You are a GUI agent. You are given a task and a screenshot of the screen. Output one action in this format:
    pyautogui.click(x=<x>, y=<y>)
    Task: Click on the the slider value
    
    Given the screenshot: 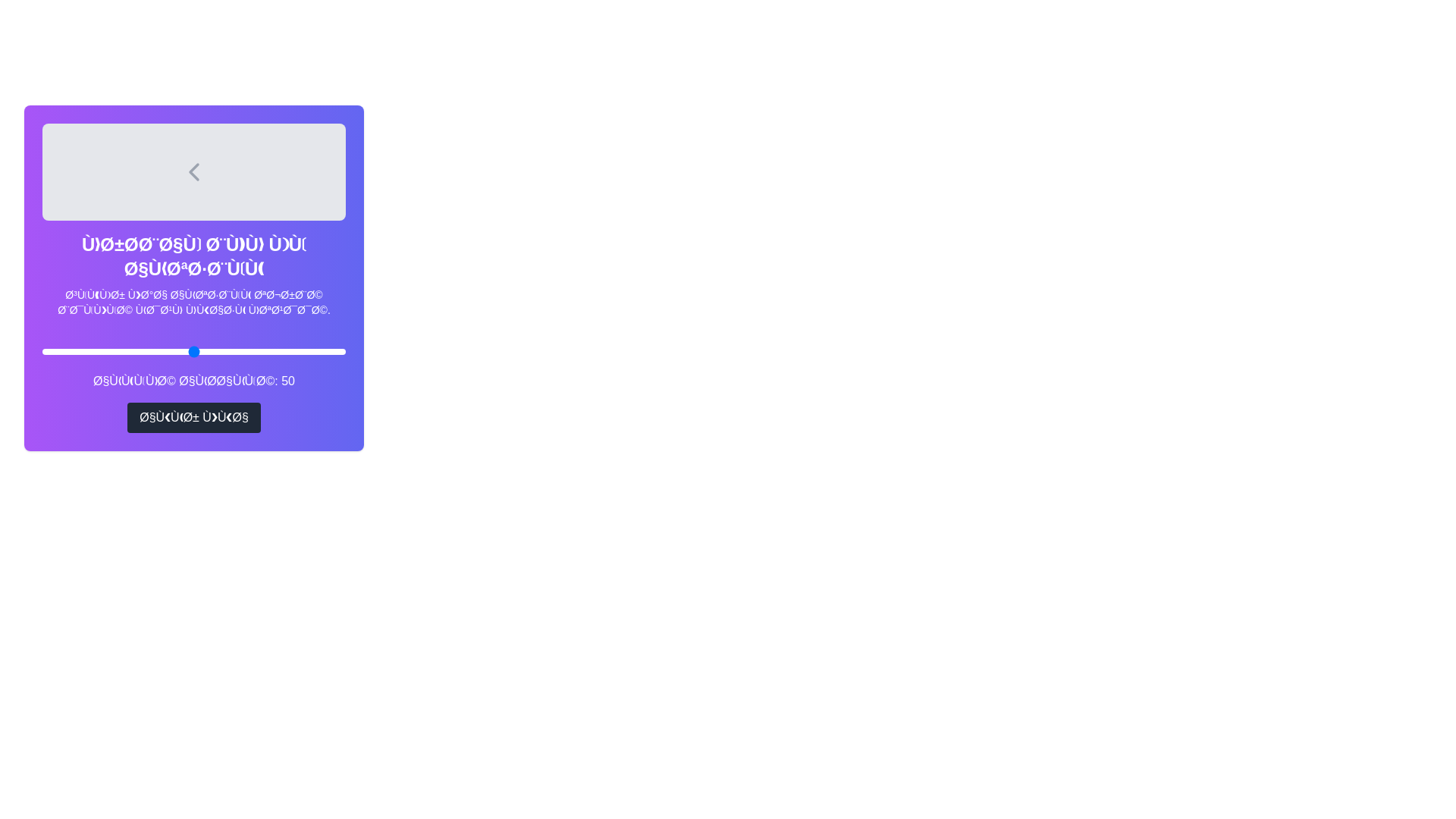 What is the action you would take?
    pyautogui.click(x=146, y=351)
    